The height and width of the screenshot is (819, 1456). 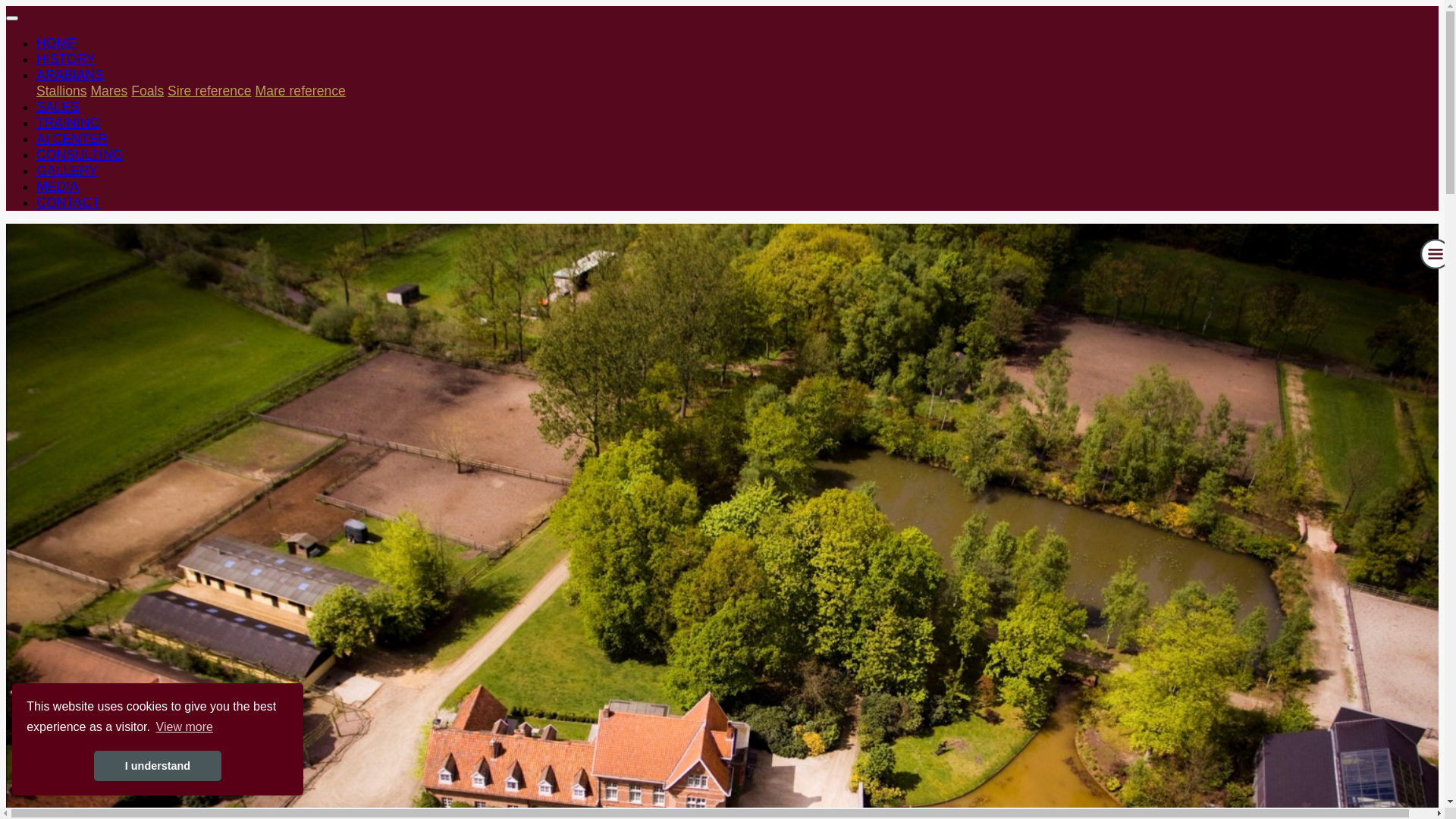 What do you see at coordinates (130, 90) in the screenshot?
I see `'Foals'` at bounding box center [130, 90].